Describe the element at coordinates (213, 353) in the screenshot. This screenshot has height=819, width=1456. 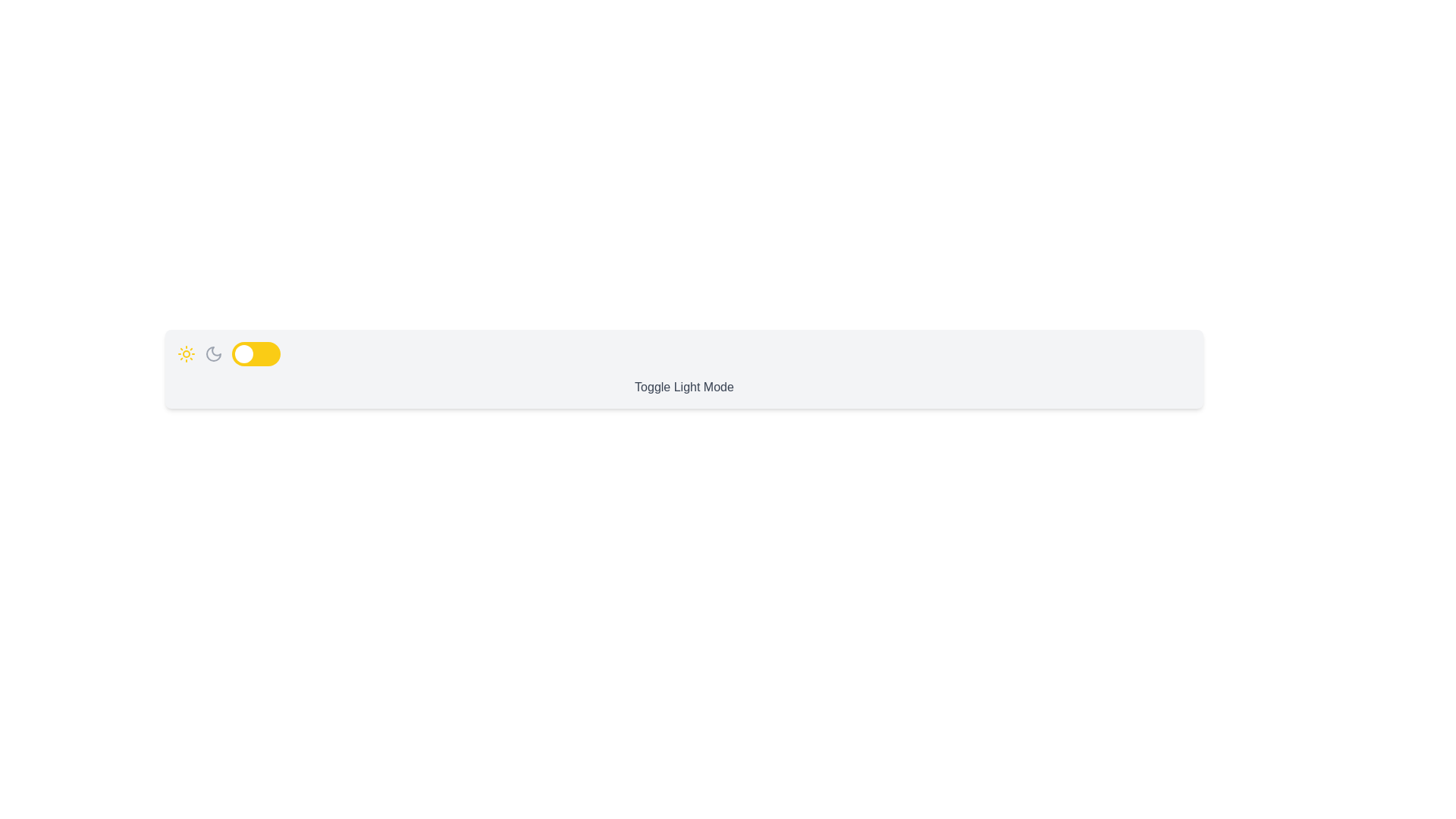
I see `the gray crescent moon icon, which is the second icon from the left in the control bar, located between the sun icon and a toggle switch` at that location.